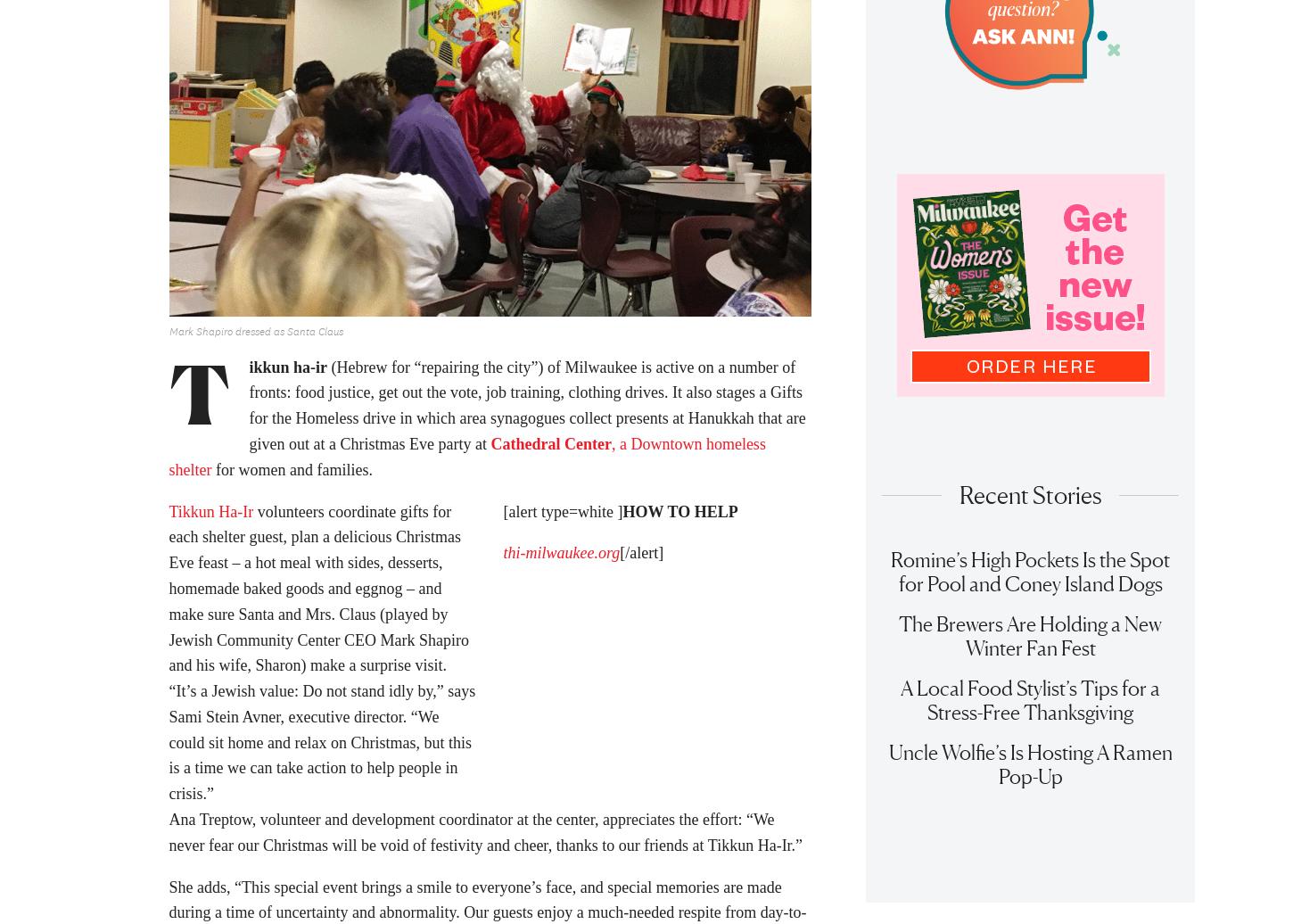 The height and width of the screenshot is (924, 1293). I want to click on 'Romine’s High Pockets Is the Spot for Pool and Coney Island Dogs', so click(1029, 576).